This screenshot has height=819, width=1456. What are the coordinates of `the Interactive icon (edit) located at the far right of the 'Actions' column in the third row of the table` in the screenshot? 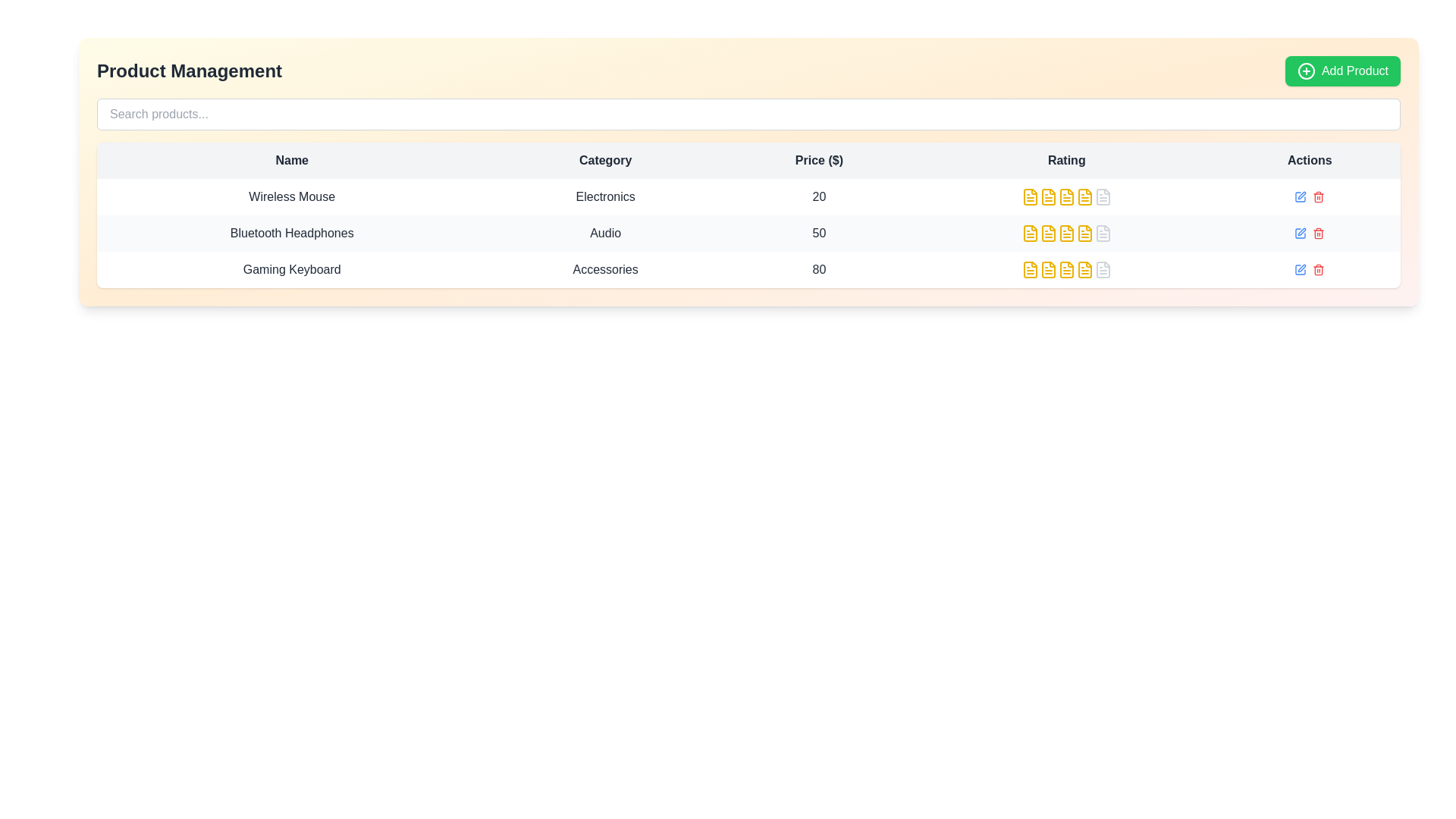 It's located at (1300, 268).